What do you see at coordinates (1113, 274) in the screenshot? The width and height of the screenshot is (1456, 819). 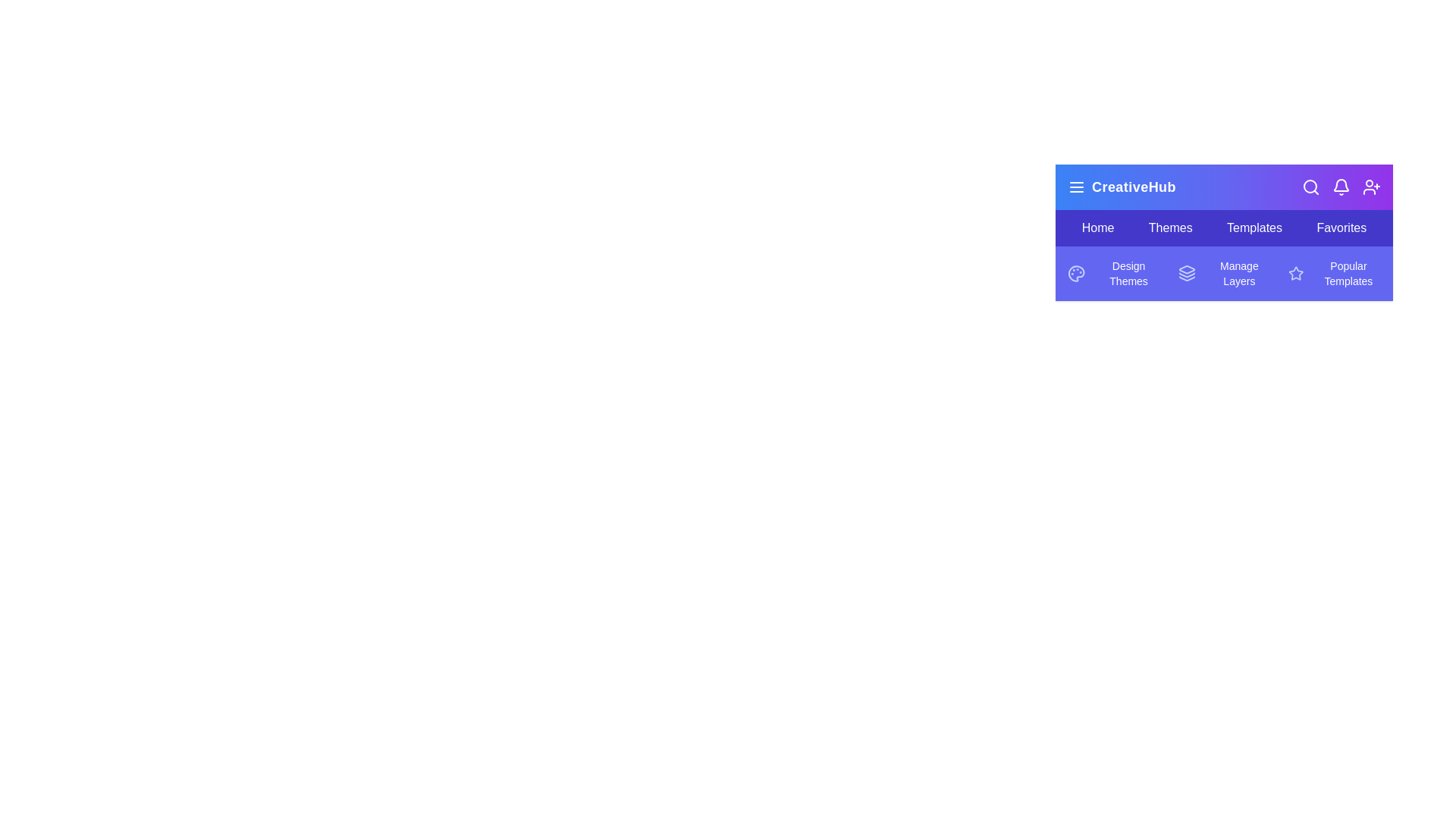 I see `the sub-menu option Design Themes` at bounding box center [1113, 274].